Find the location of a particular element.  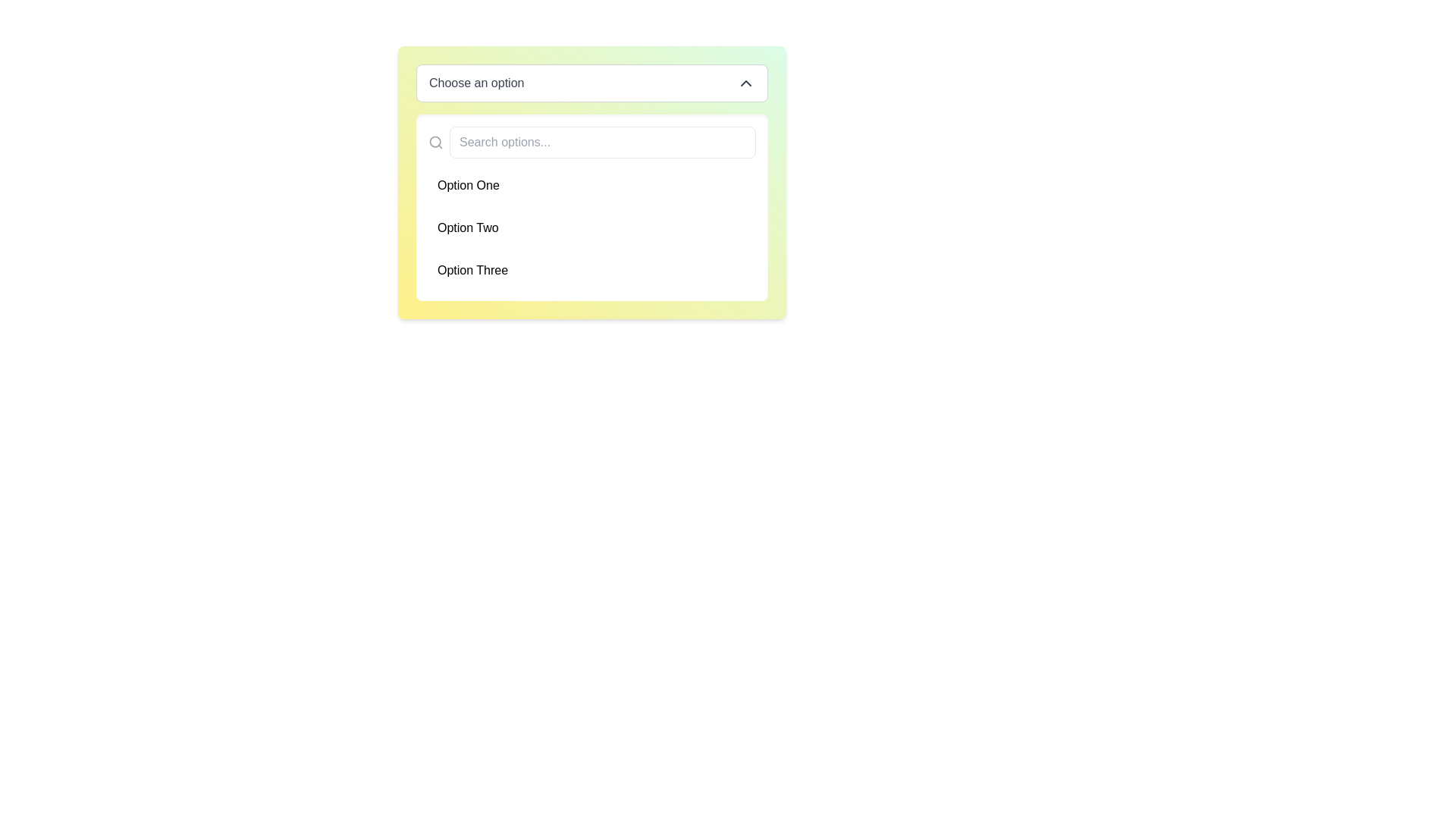

the text label 'Choose an option' which is part of a dropdown button located at the upper-left region of the dropdown interface is located at coordinates (475, 83).